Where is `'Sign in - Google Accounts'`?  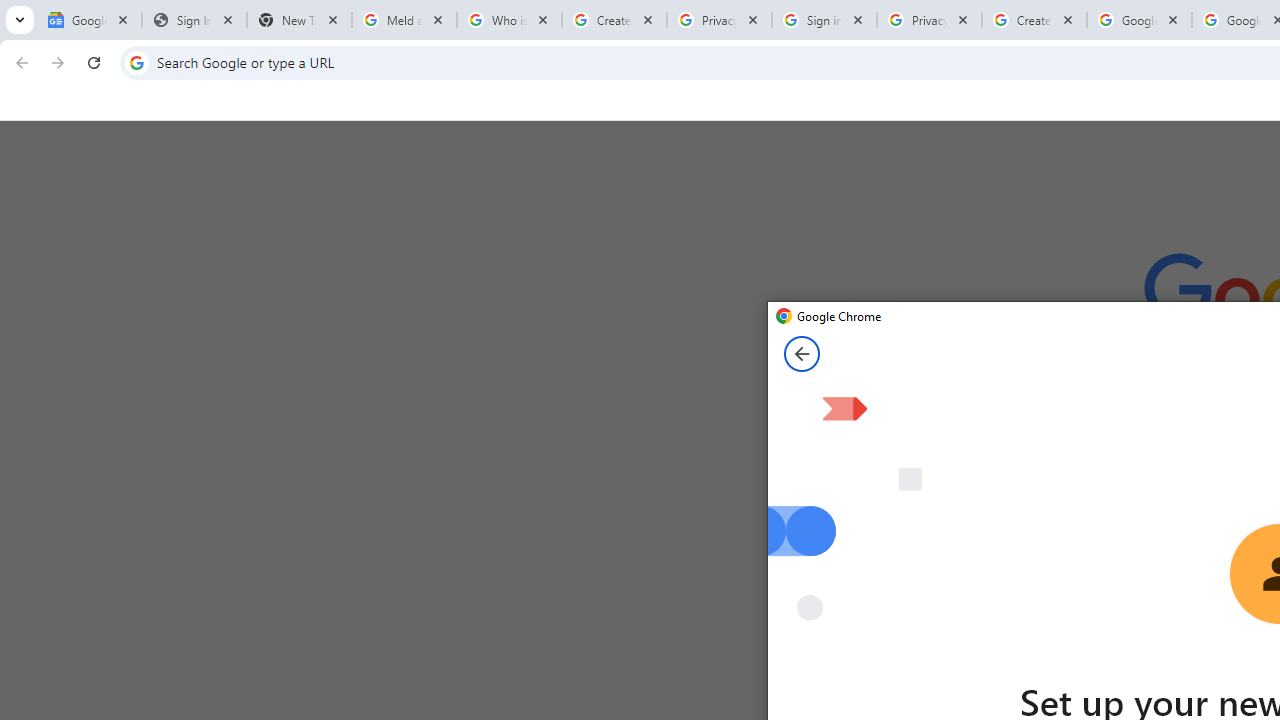 'Sign in - Google Accounts' is located at coordinates (824, 20).